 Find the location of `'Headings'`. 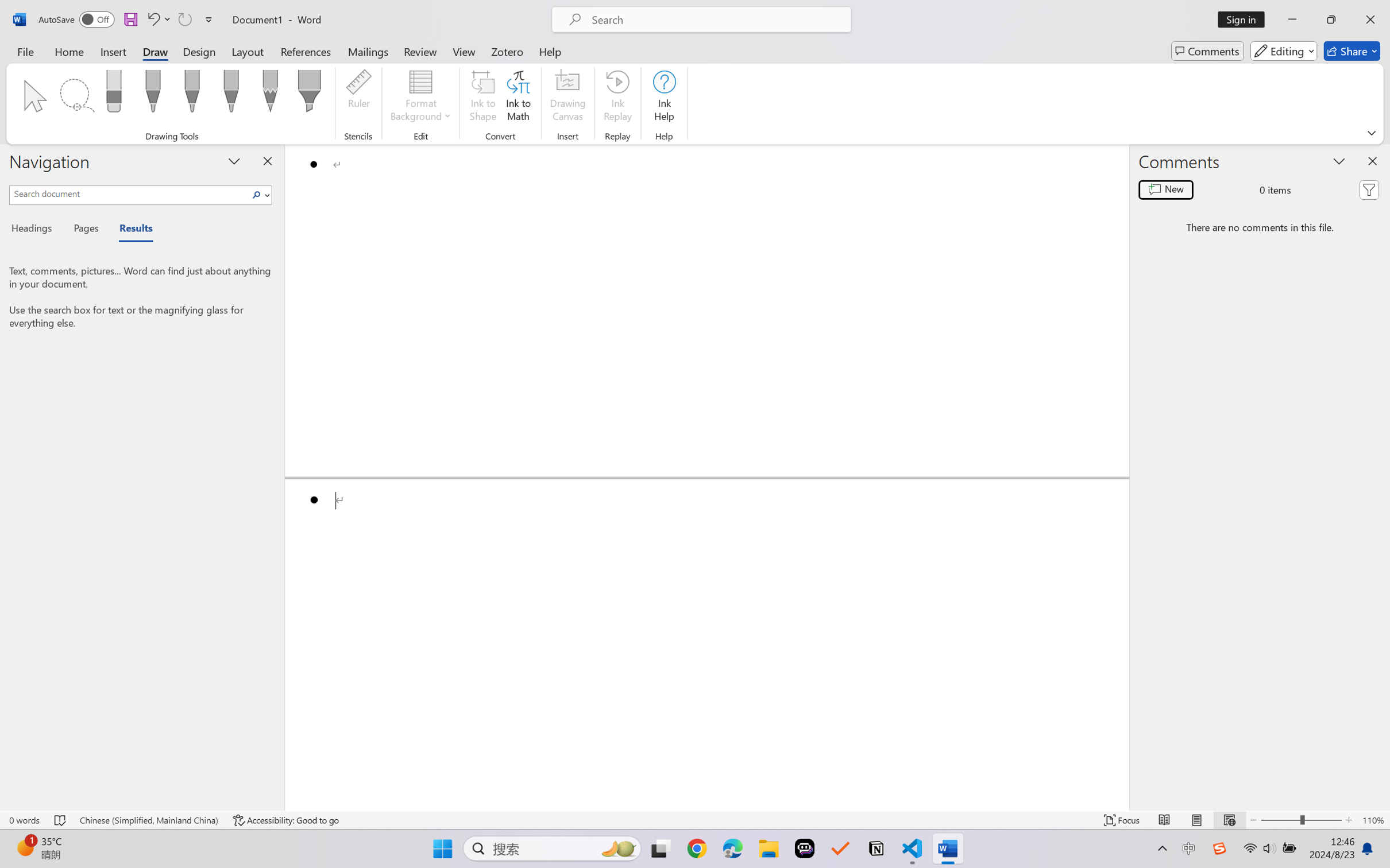

'Headings' is located at coordinates (35, 230).